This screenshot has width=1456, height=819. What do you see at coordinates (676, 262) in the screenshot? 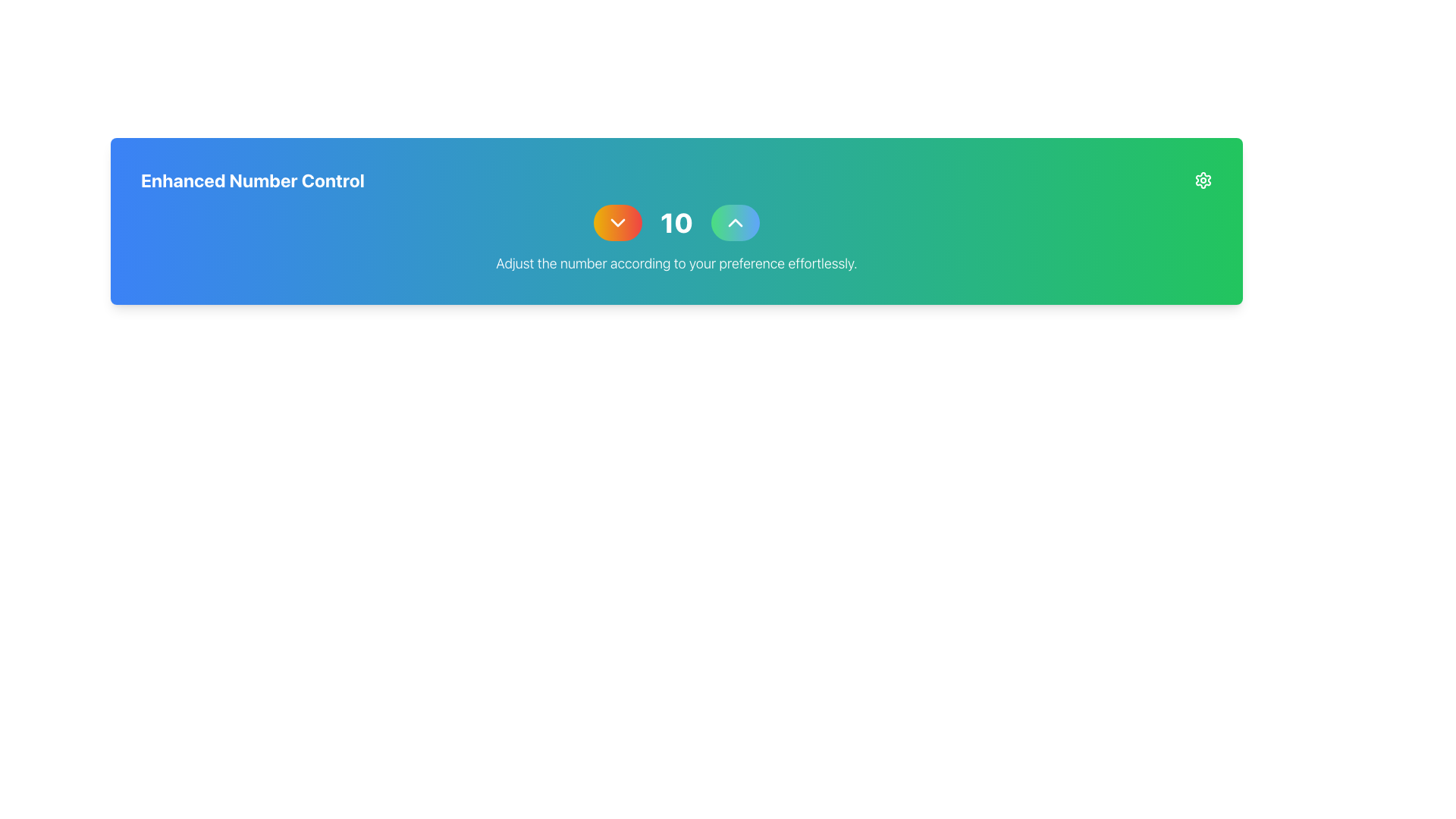
I see `the instructional static text element located centrally below the numeric display and two arrow buttons, which is the only text element in that area` at bounding box center [676, 262].